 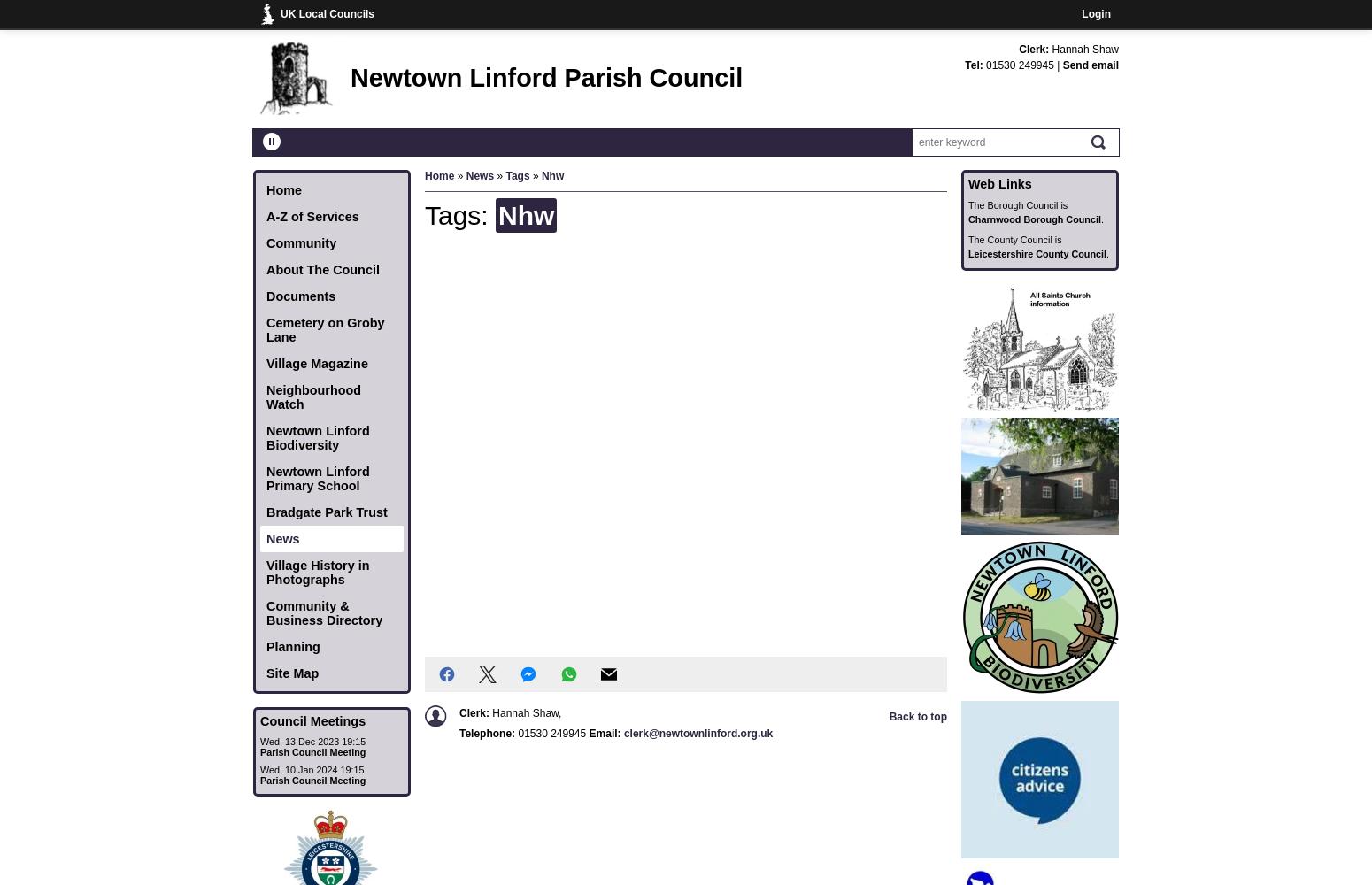 What do you see at coordinates (266, 243) in the screenshot?
I see `'Community'` at bounding box center [266, 243].